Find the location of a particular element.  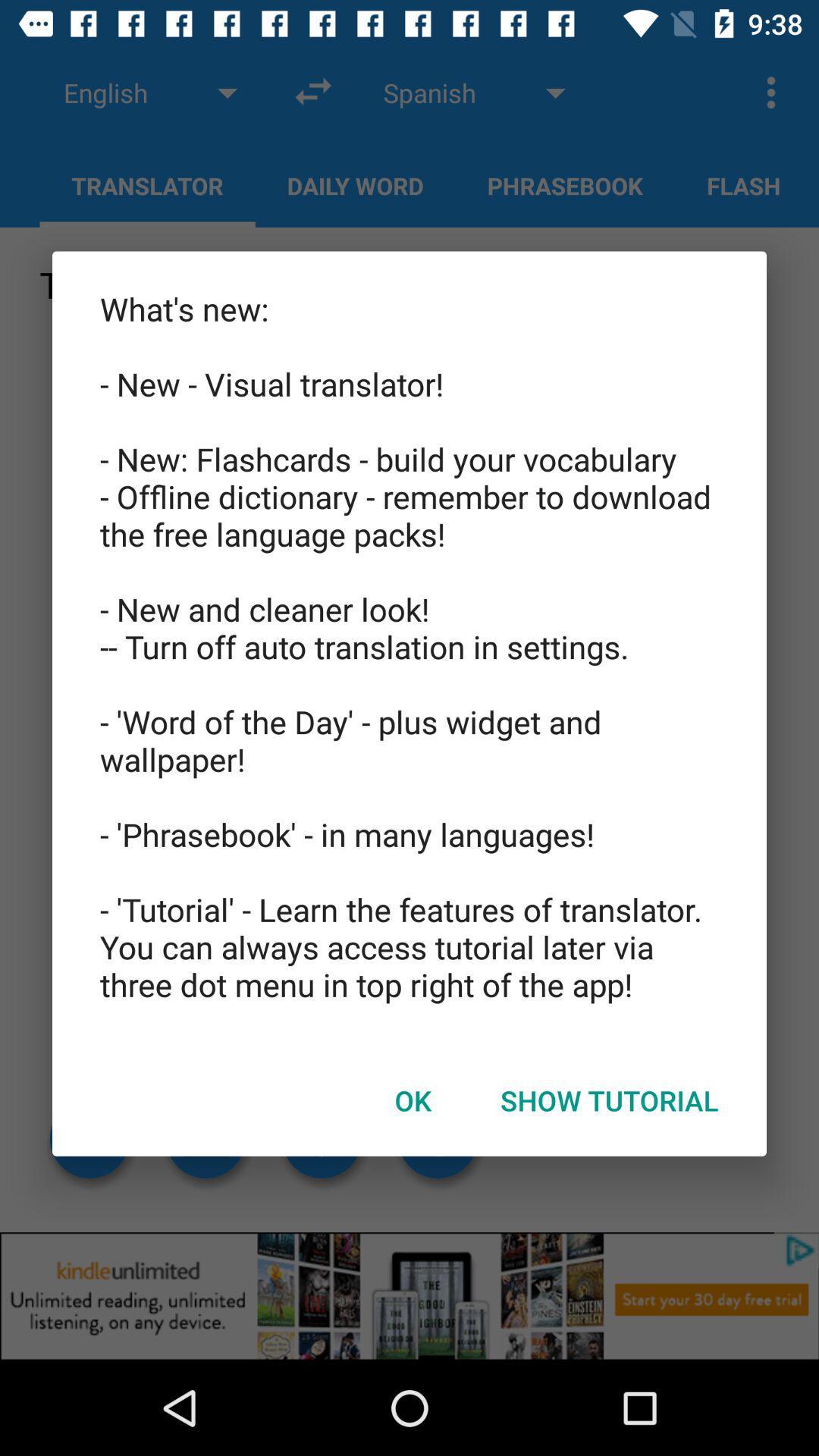

the icon to the left of show tutorial item is located at coordinates (413, 1100).